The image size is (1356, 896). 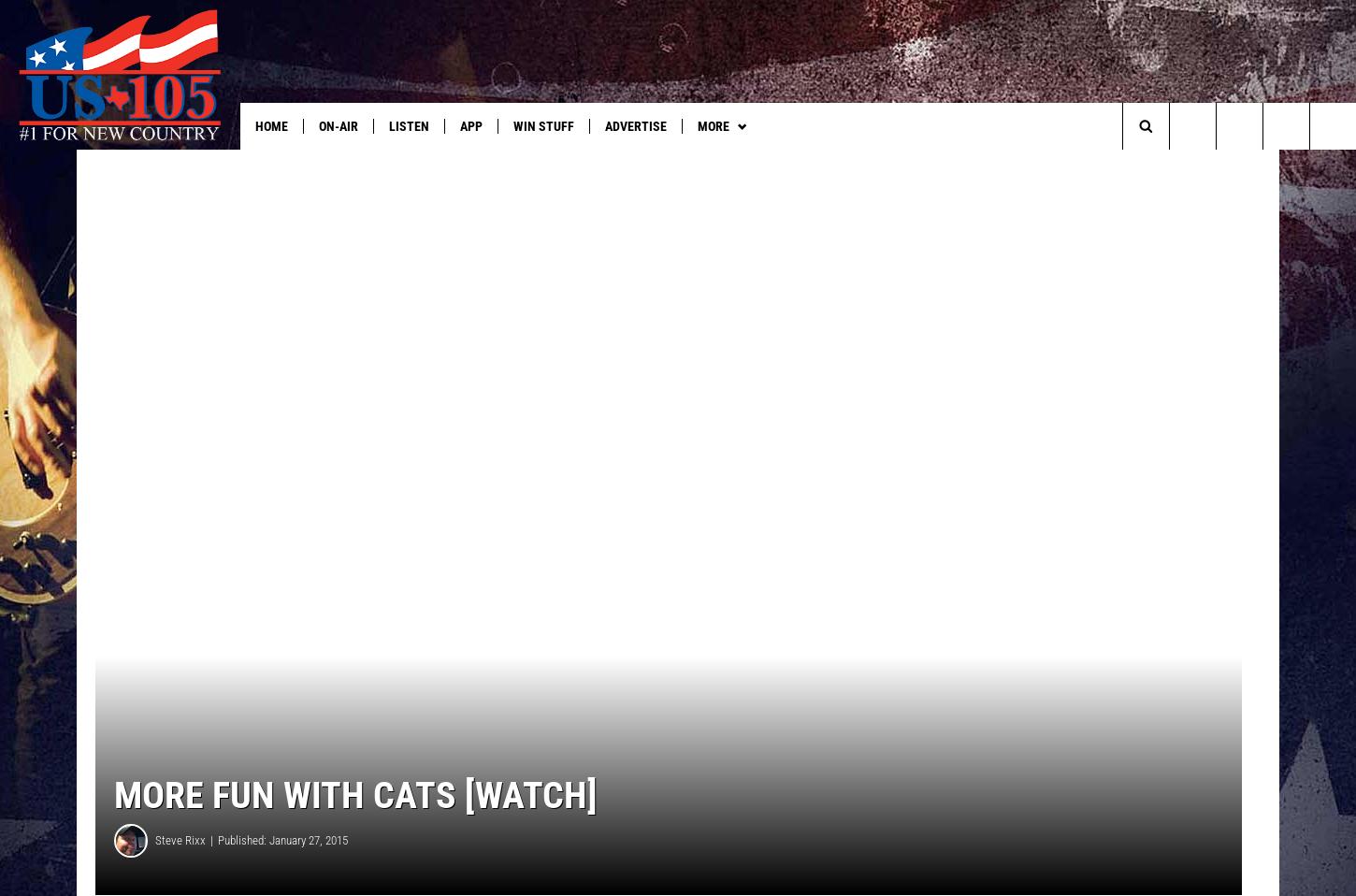 I want to click on 'More', so click(x=712, y=125).